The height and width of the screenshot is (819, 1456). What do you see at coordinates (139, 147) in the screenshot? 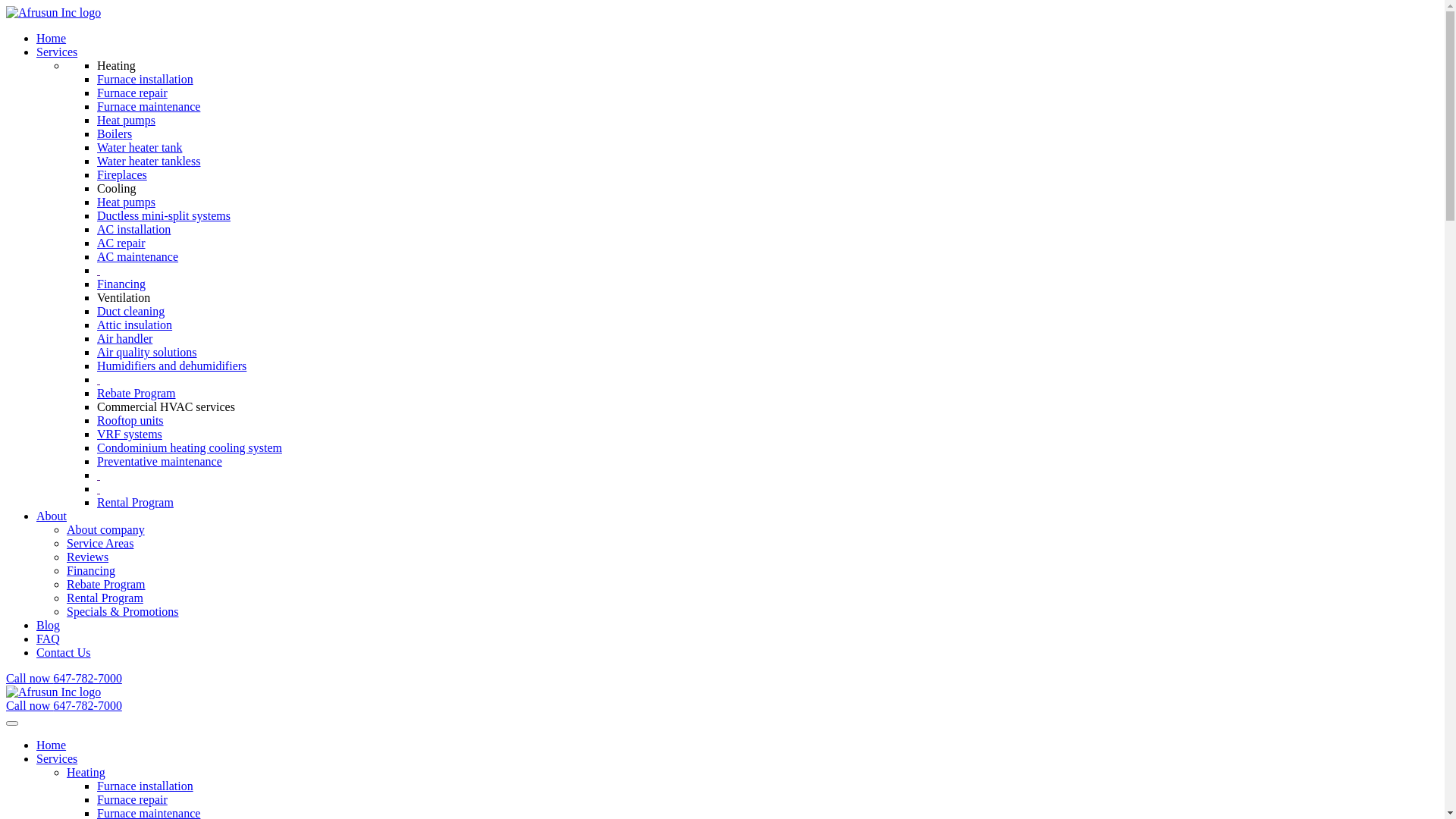
I see `'Water heater tank'` at bounding box center [139, 147].